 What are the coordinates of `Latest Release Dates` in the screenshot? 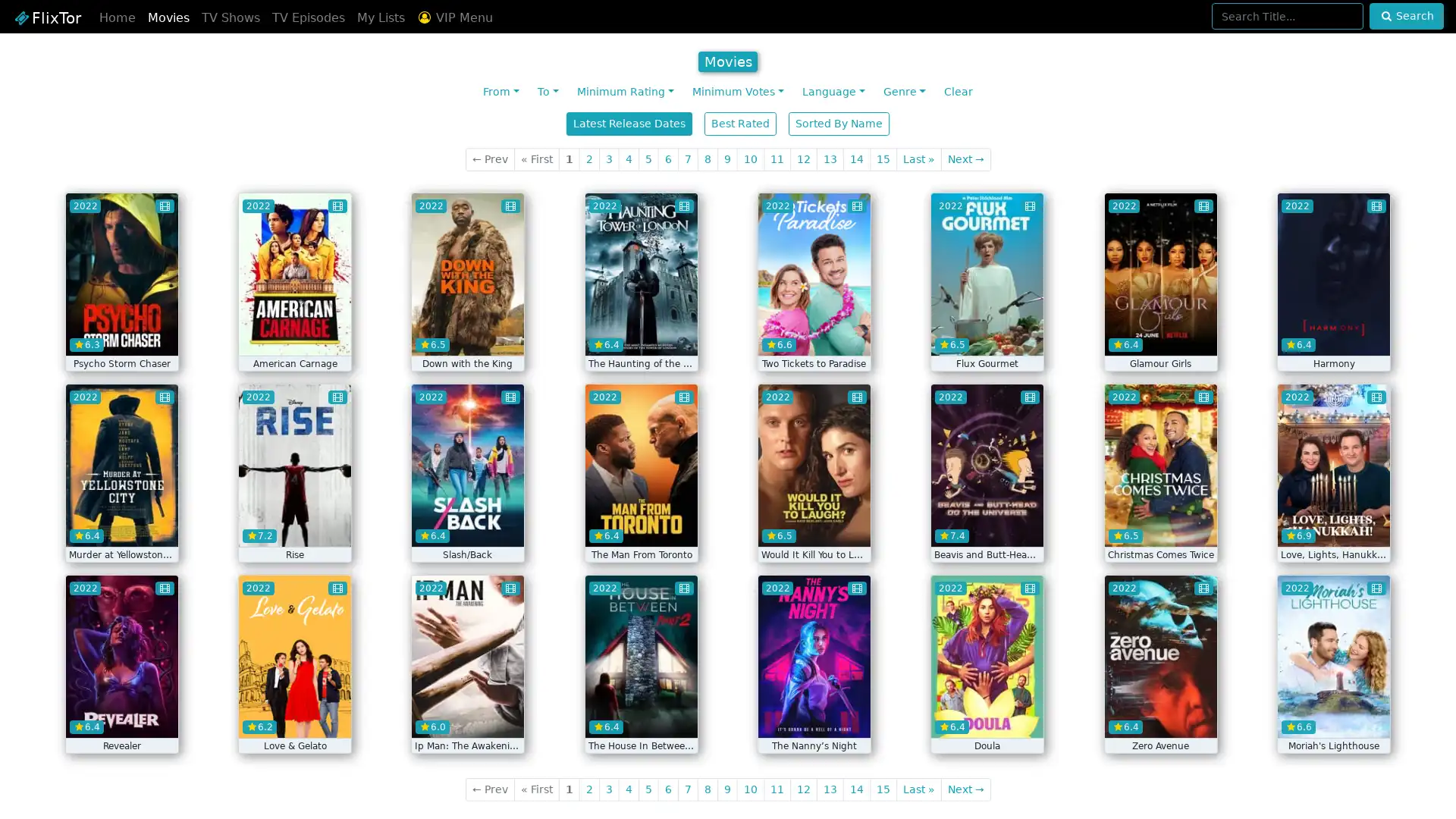 It's located at (629, 123).